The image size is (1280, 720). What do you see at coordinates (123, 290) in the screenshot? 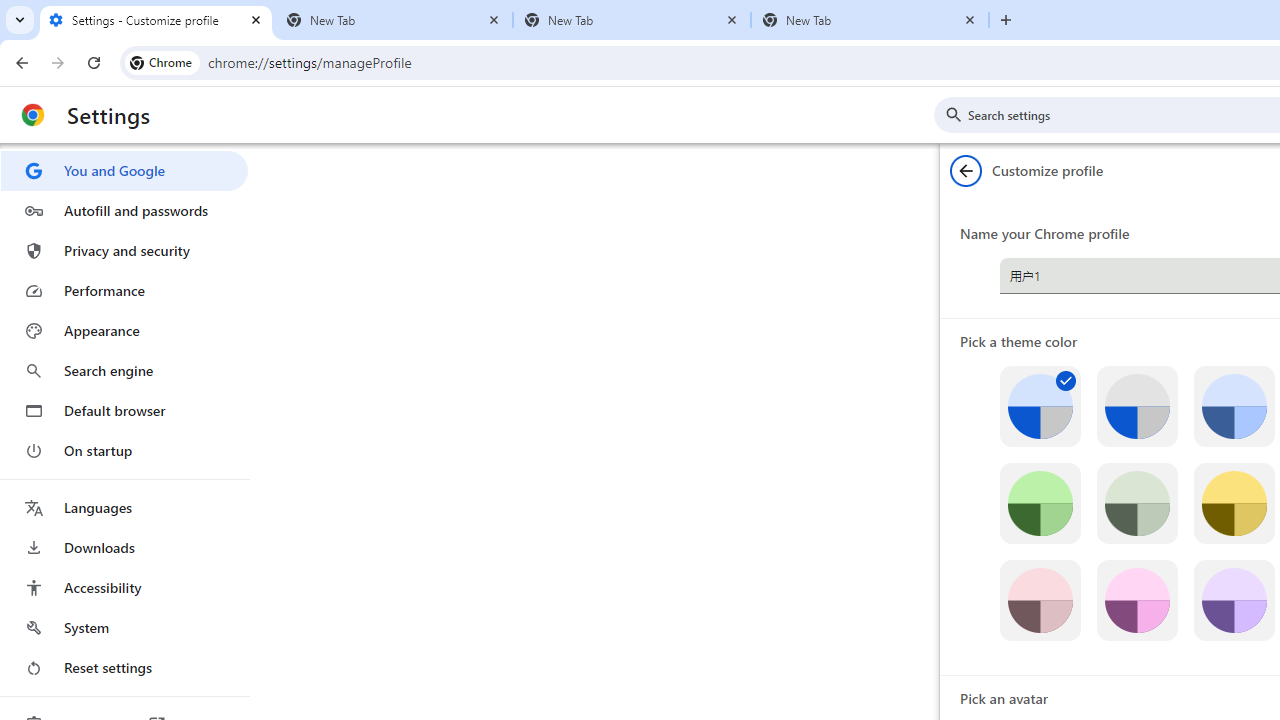
I see `'Performance'` at bounding box center [123, 290].